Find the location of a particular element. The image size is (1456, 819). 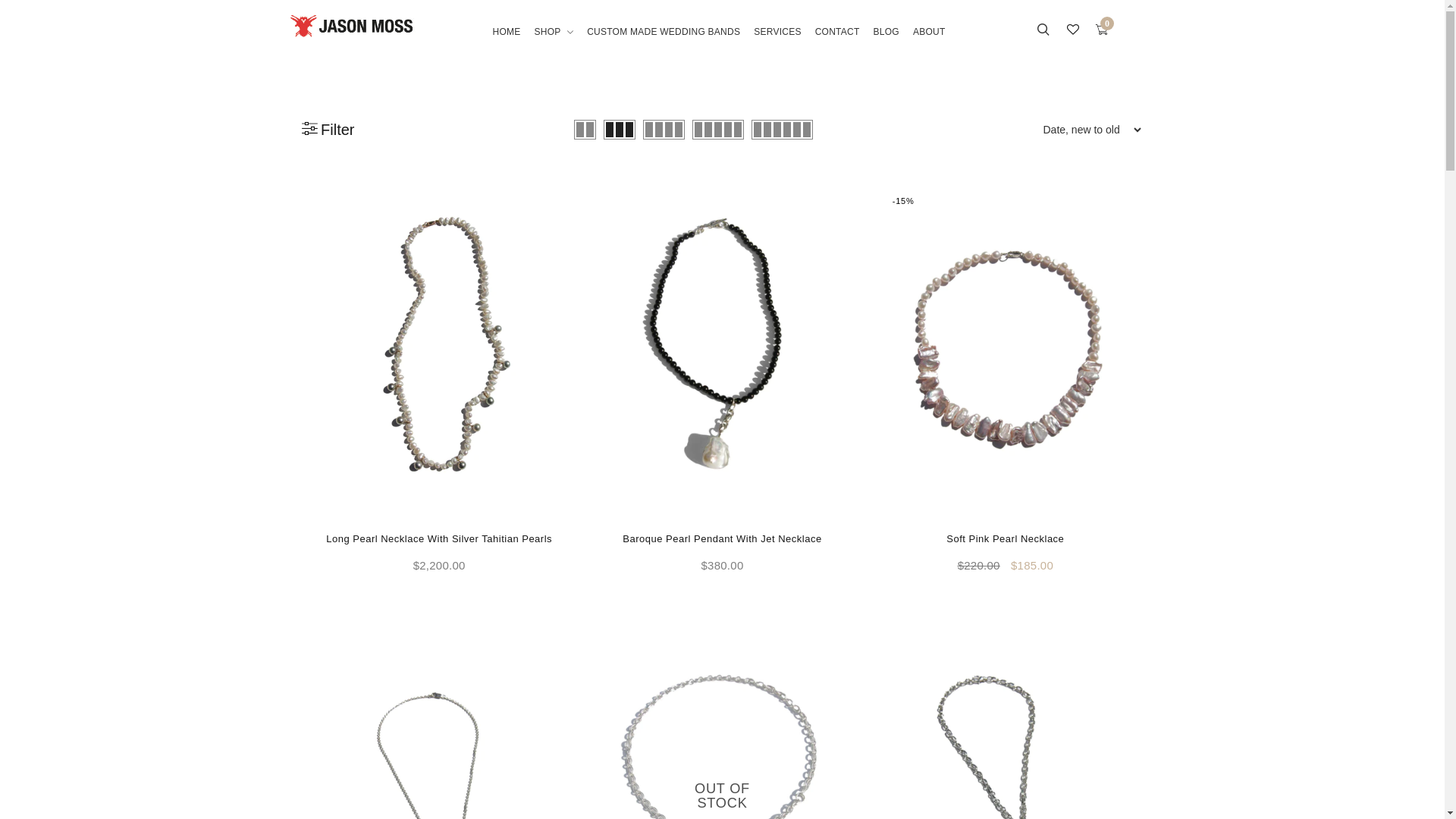

'2 col' is located at coordinates (584, 128).